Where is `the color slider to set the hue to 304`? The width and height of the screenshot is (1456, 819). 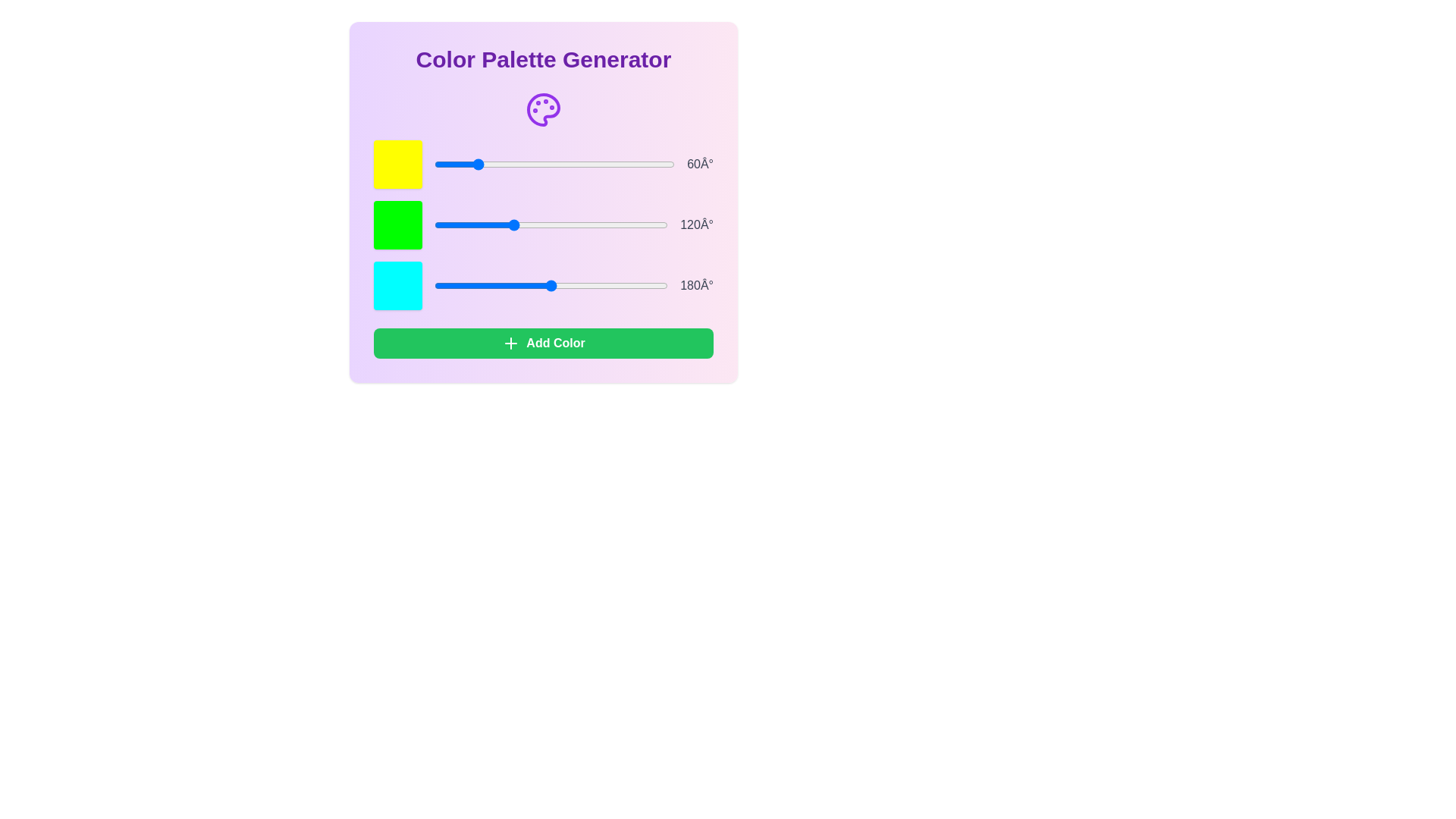
the color slider to set the hue to 304 is located at coordinates (637, 164).